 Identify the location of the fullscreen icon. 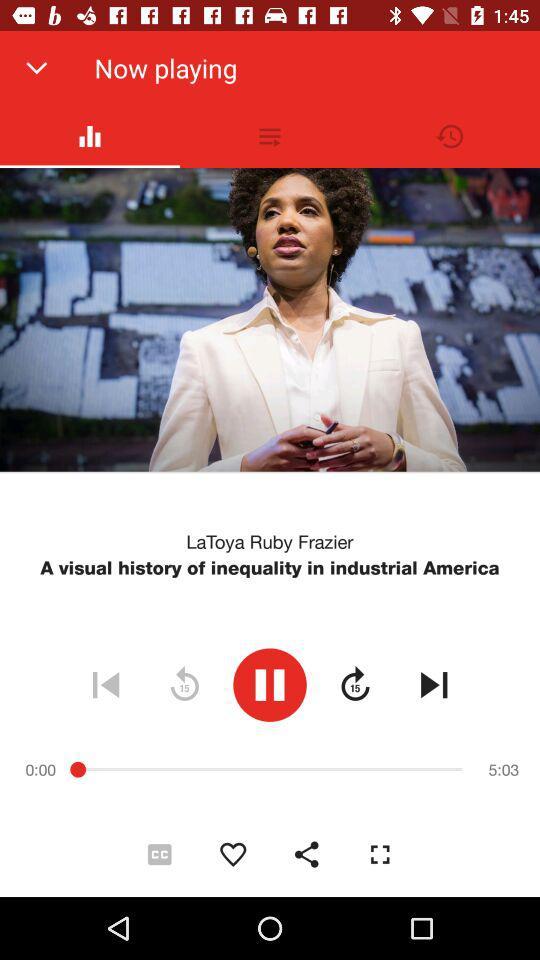
(380, 853).